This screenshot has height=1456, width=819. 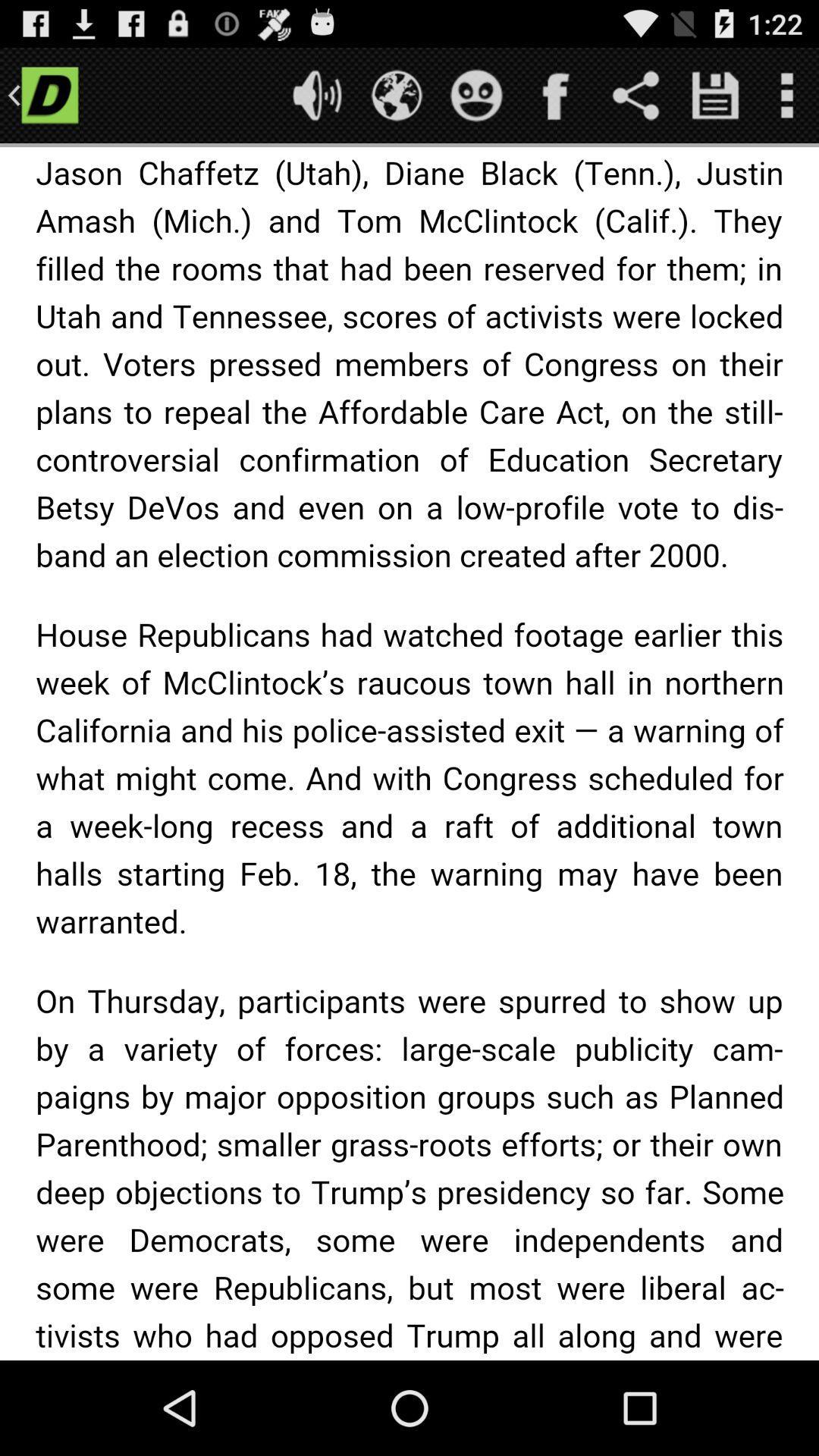 I want to click on share on facebook, so click(x=556, y=94).